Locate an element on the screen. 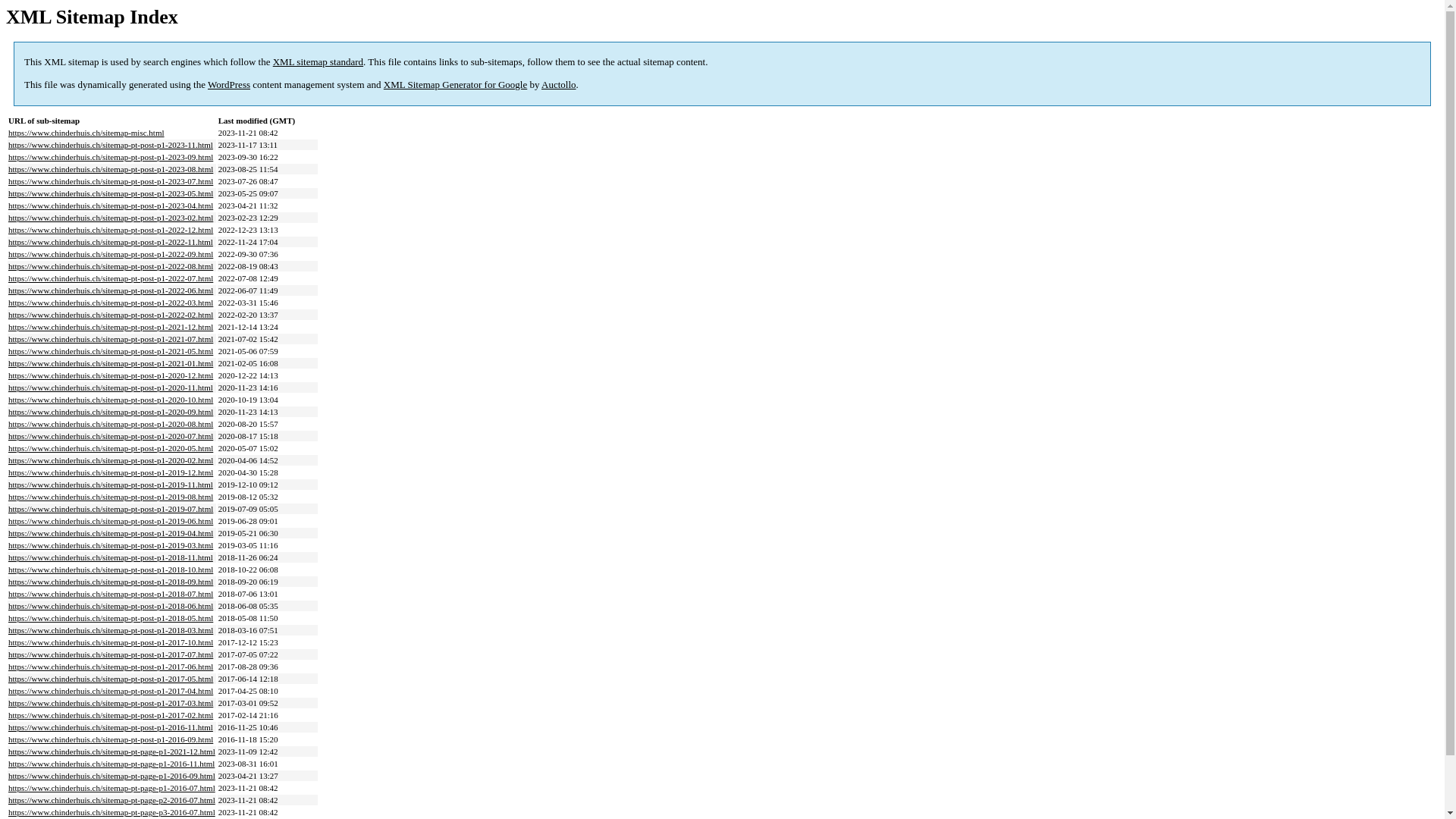 Image resolution: width=1456 pixels, height=819 pixels. 'WordPress' is located at coordinates (228, 84).